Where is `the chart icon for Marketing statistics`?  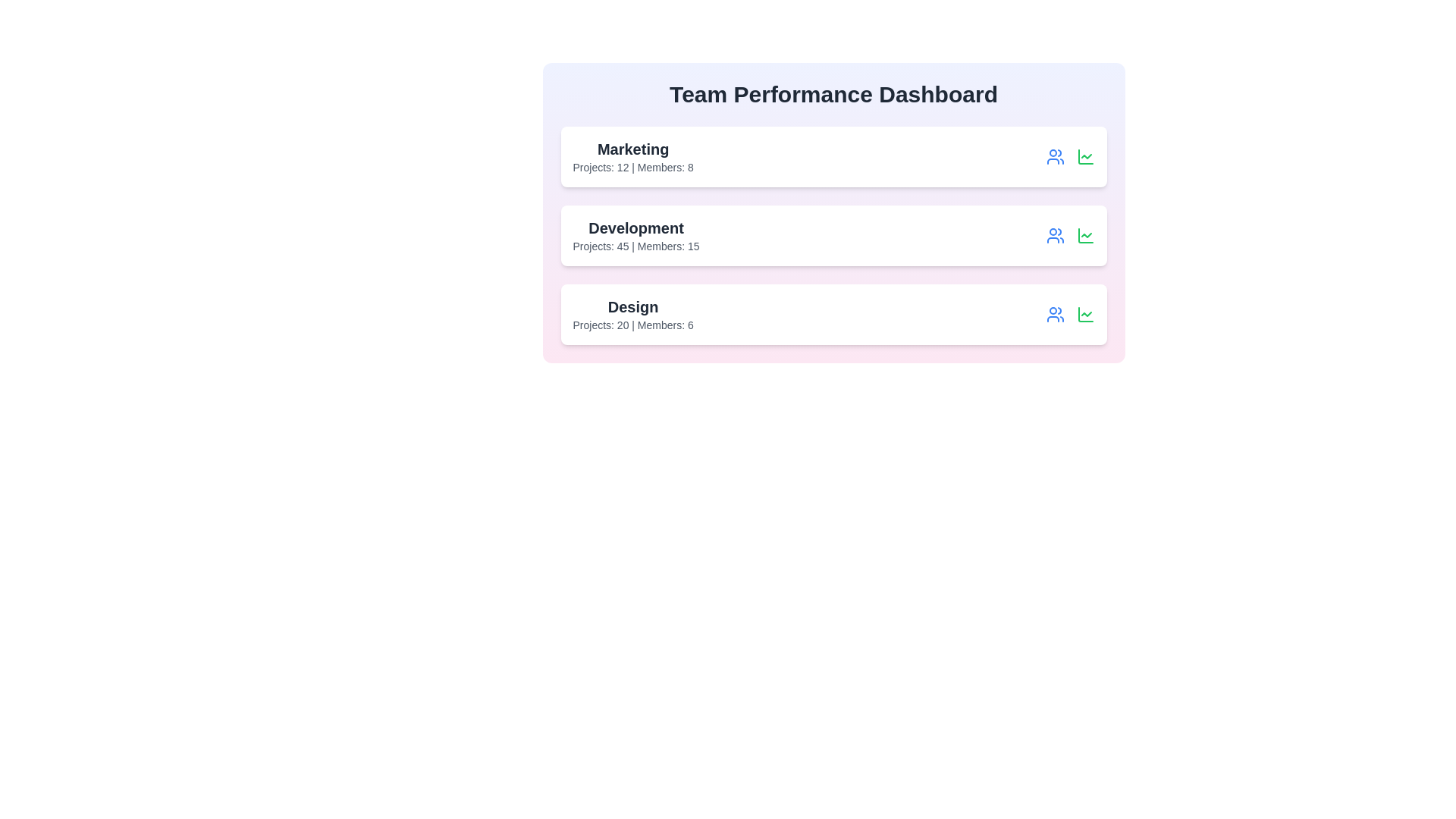
the chart icon for Marketing statistics is located at coordinates (1084, 157).